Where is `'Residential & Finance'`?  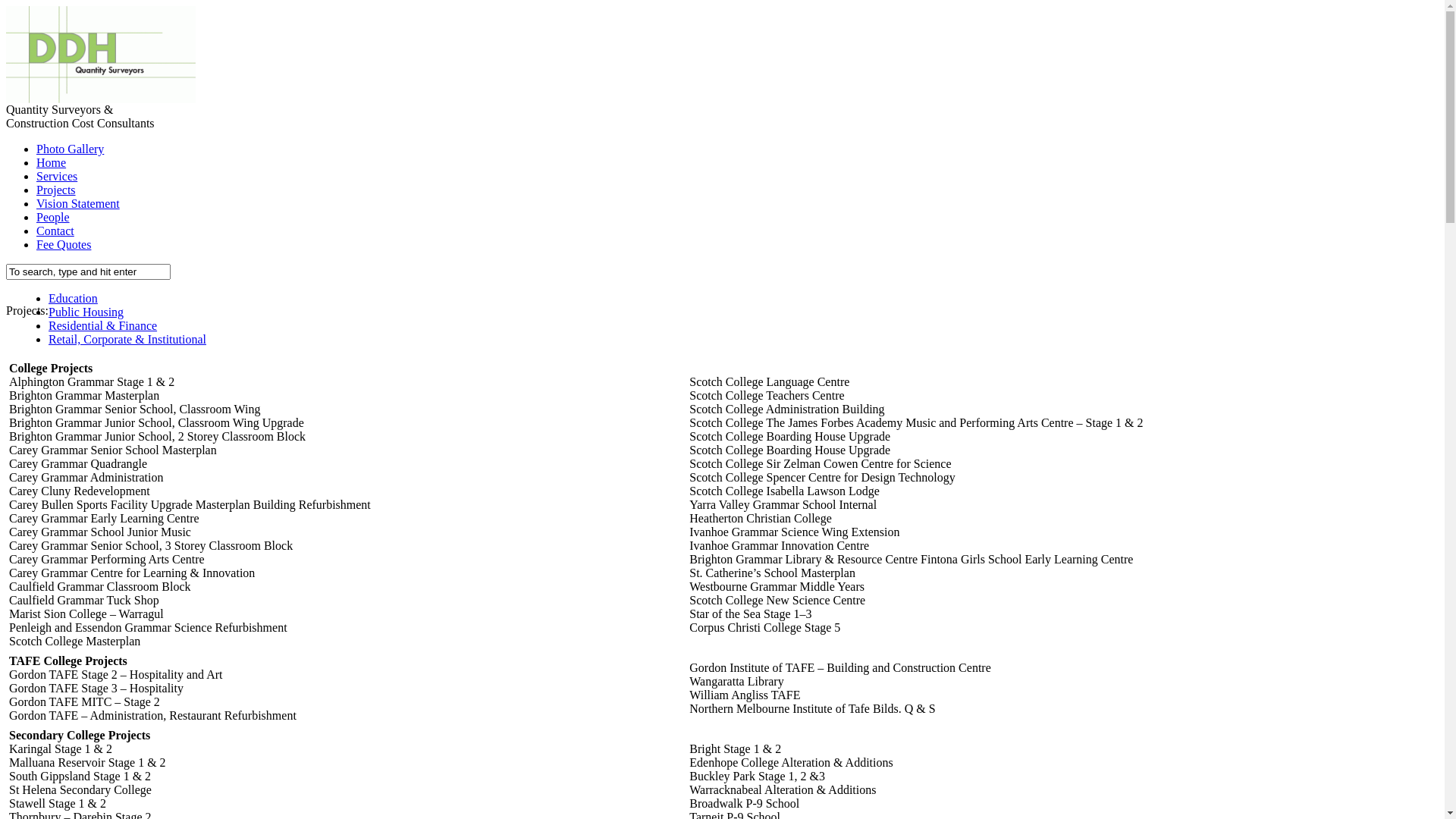 'Residential & Finance' is located at coordinates (102, 325).